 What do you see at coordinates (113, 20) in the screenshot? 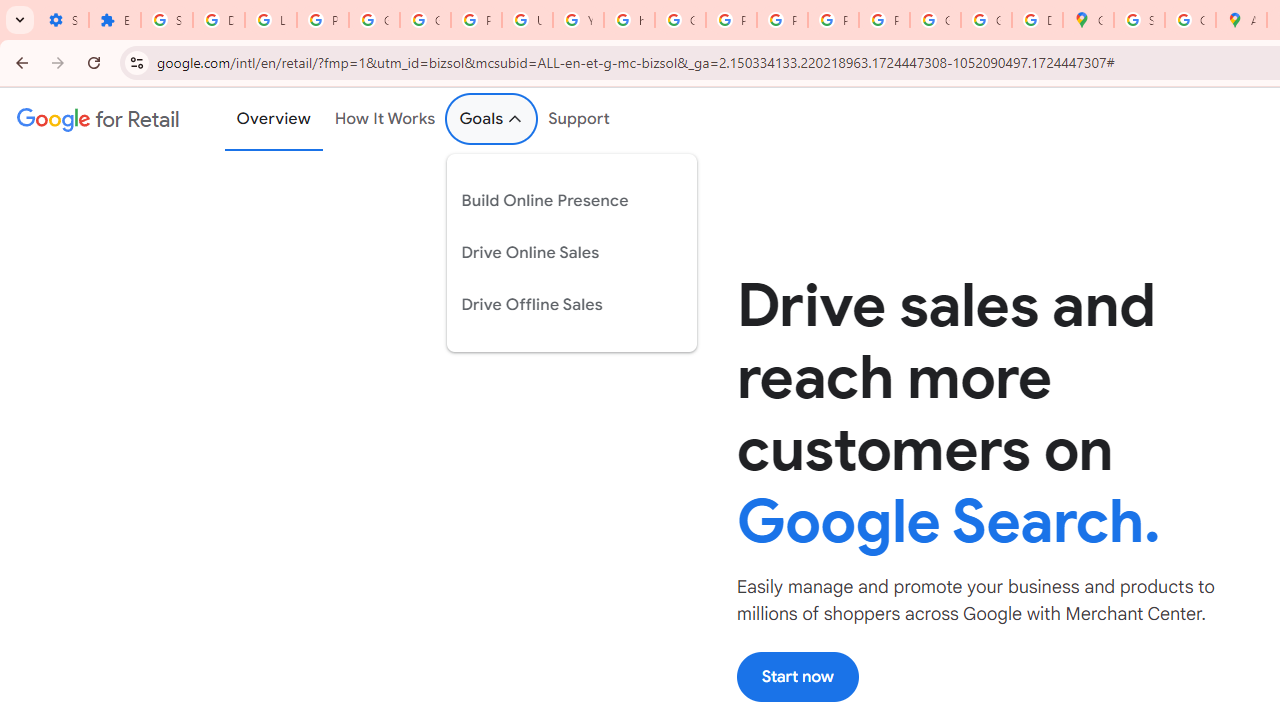
I see `'Extensions'` at bounding box center [113, 20].